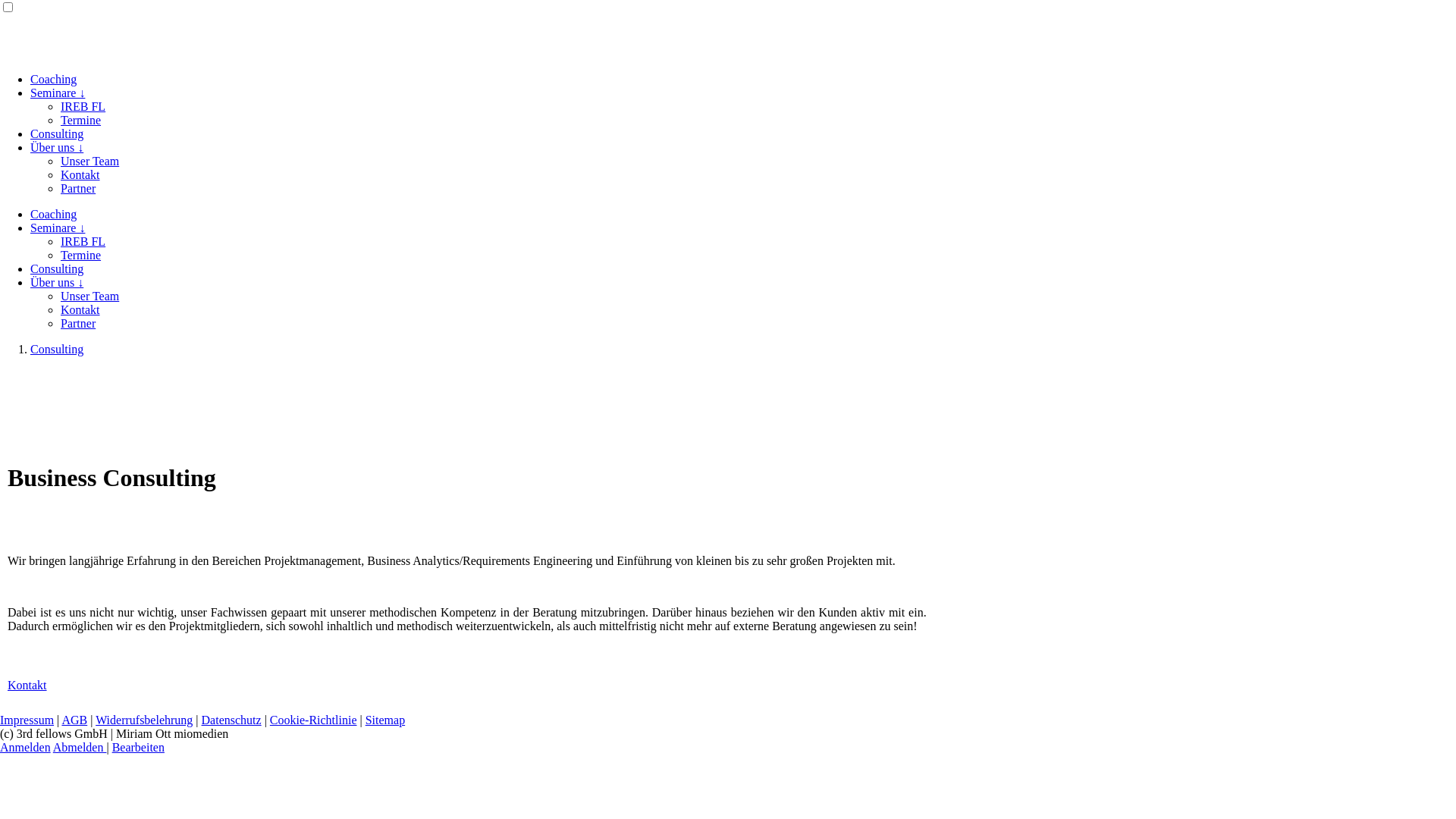  What do you see at coordinates (57, 349) in the screenshot?
I see `'Consulting'` at bounding box center [57, 349].